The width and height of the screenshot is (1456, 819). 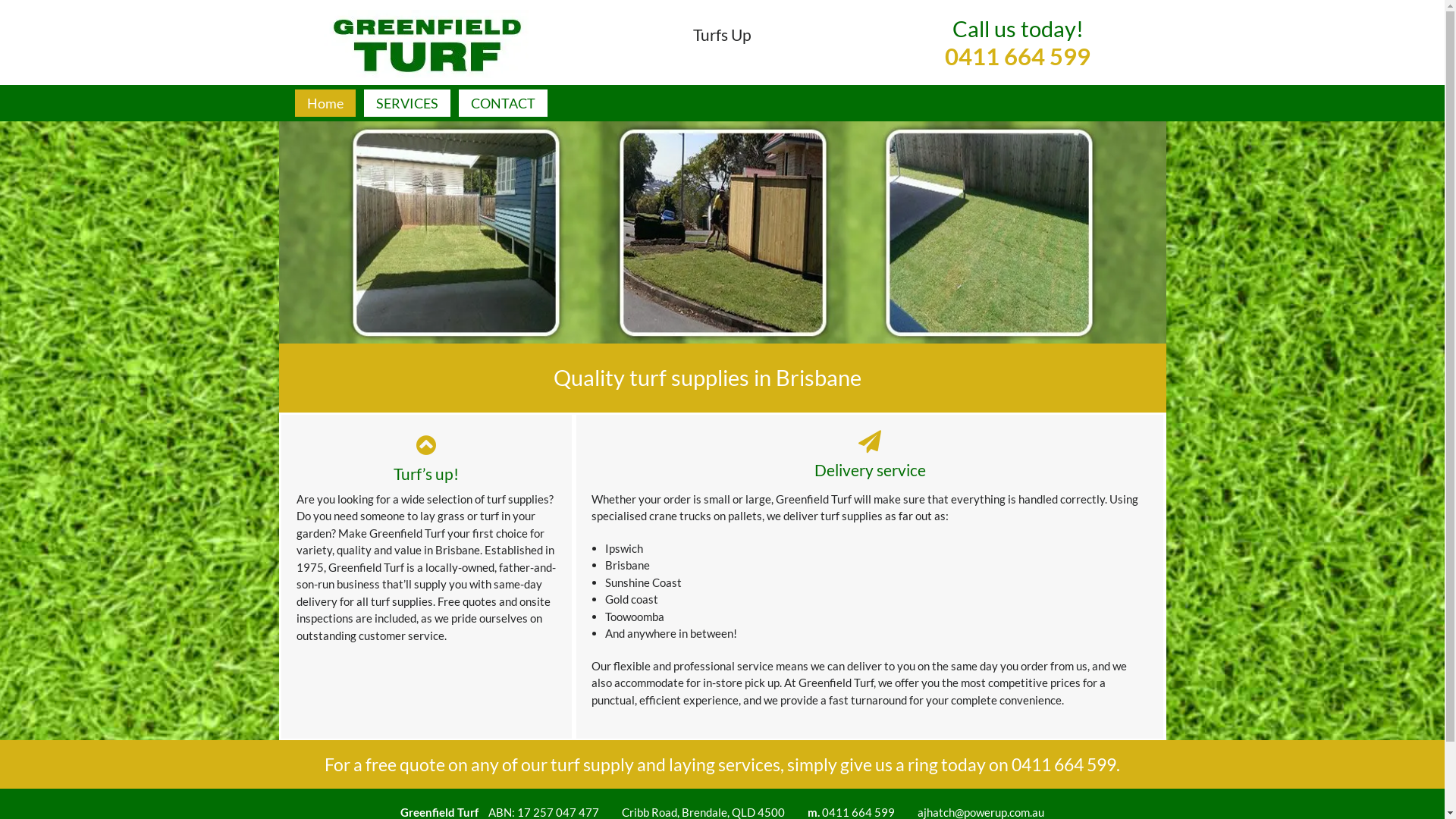 What do you see at coordinates (944, 71) in the screenshot?
I see `'0411 664 599'` at bounding box center [944, 71].